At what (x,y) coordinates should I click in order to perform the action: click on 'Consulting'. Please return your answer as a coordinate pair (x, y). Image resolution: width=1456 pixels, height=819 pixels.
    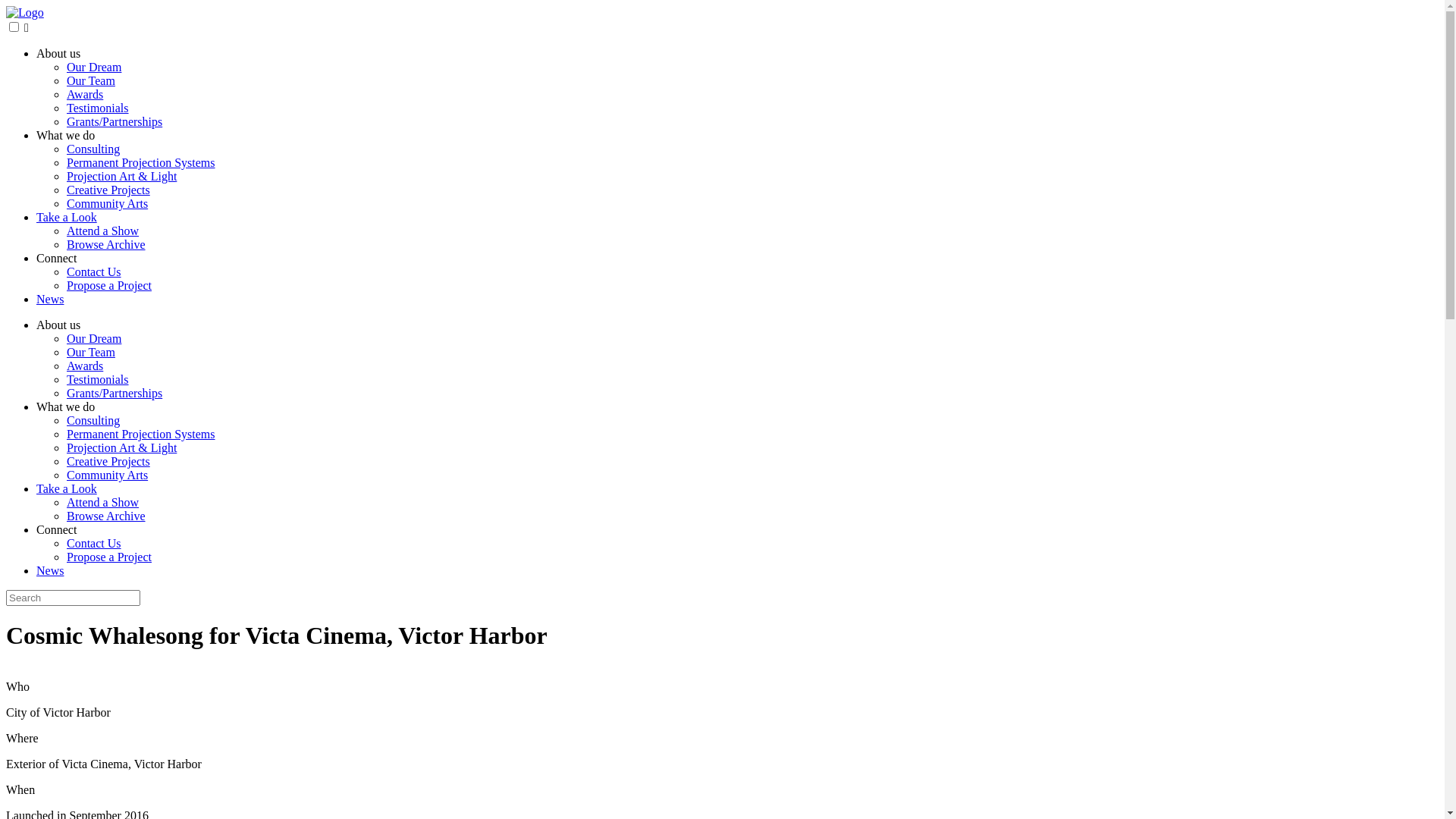
    Looking at the image, I should click on (93, 149).